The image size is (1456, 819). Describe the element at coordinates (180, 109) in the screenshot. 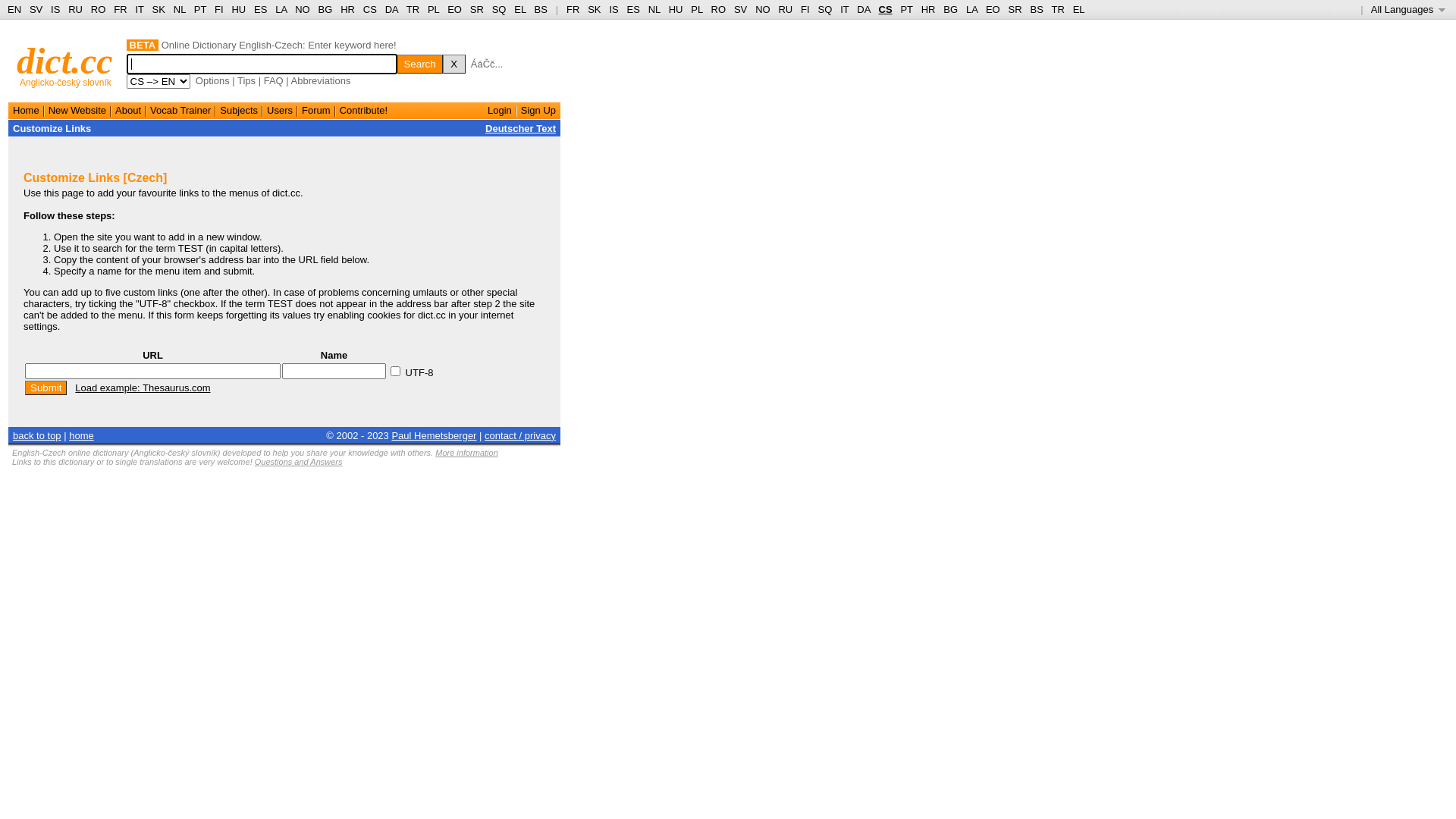

I see `'Vocab Trainer'` at that location.